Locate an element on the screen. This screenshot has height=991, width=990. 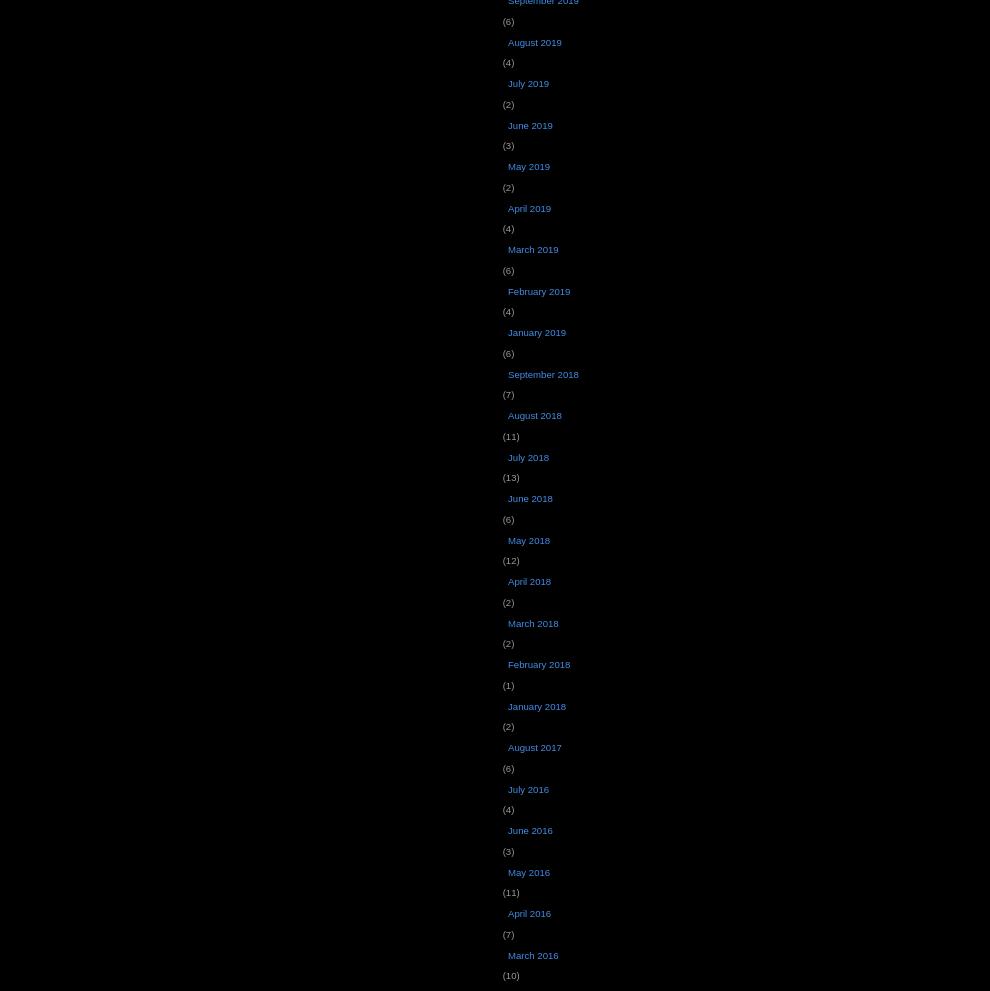
'June 2018' is located at coordinates (529, 498).